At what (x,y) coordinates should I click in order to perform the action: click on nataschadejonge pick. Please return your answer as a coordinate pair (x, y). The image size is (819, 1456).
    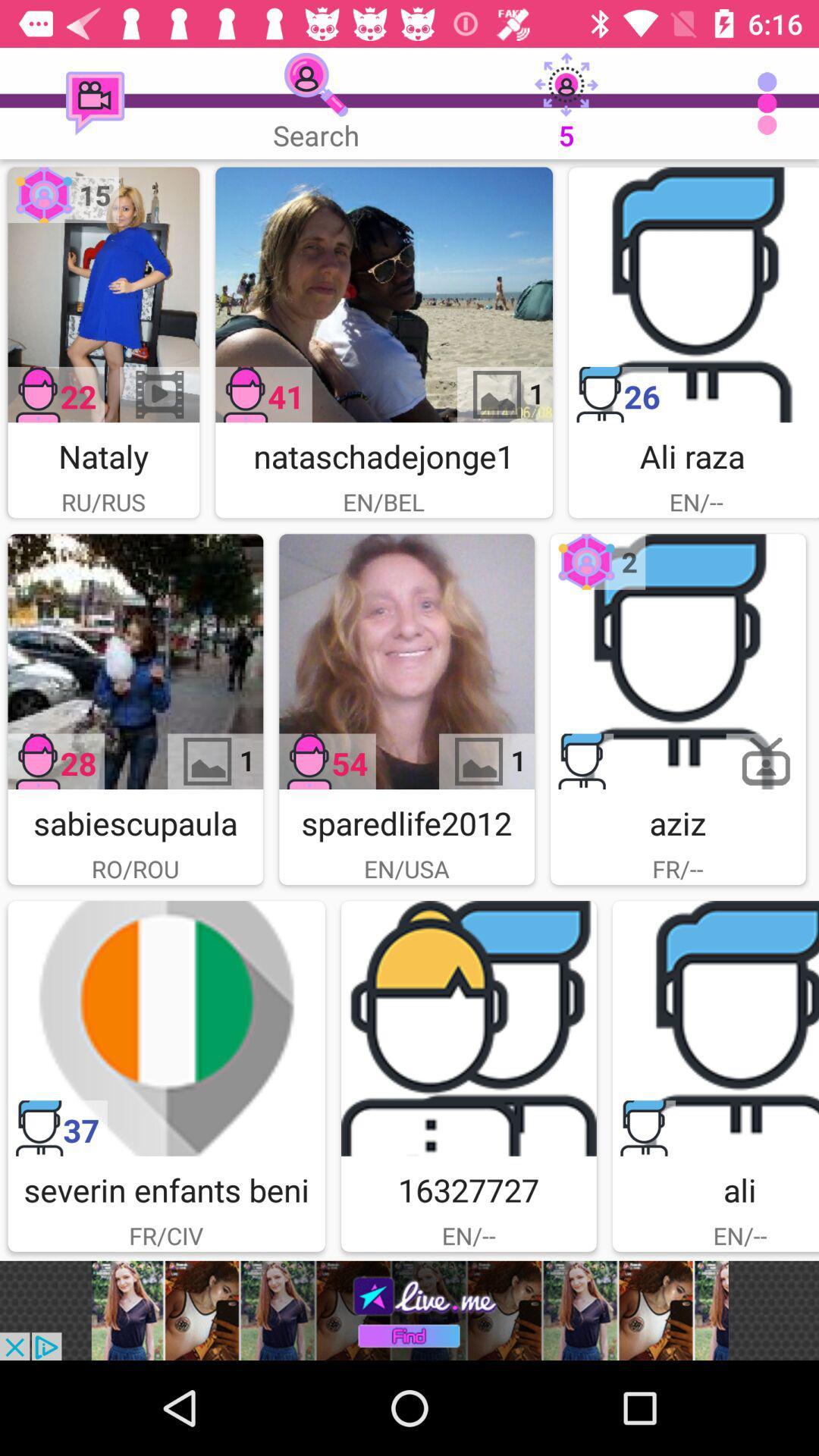
    Looking at the image, I should click on (383, 294).